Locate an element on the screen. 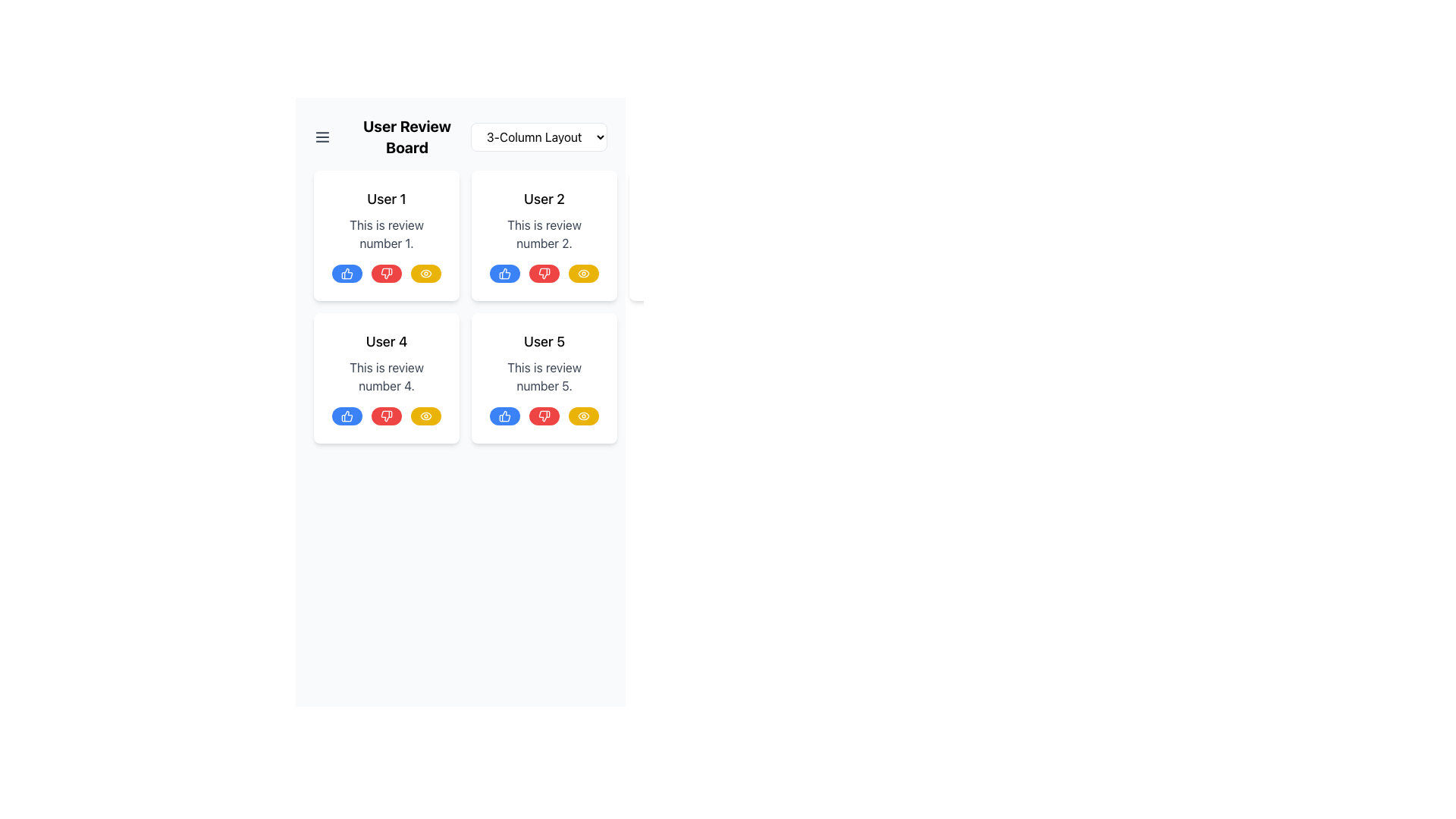 This screenshot has height=819, width=1456. the middle button that expresses disapproval located below 'User 4' is located at coordinates (386, 416).